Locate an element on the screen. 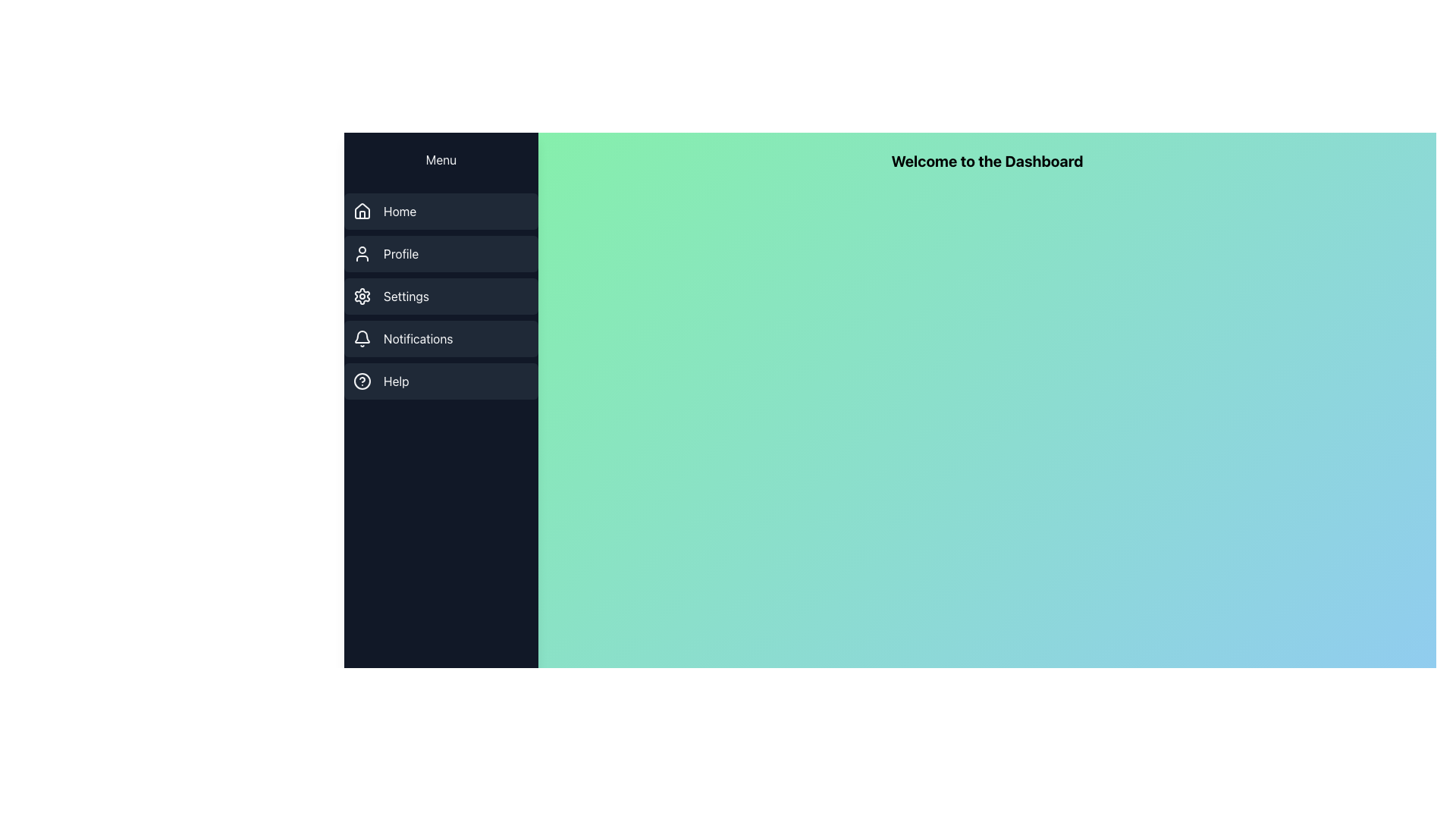  the 'Notifications' button, which is a dark gray rectangular button with a white bell icon and text, located in the sidebar menu is located at coordinates (440, 338).